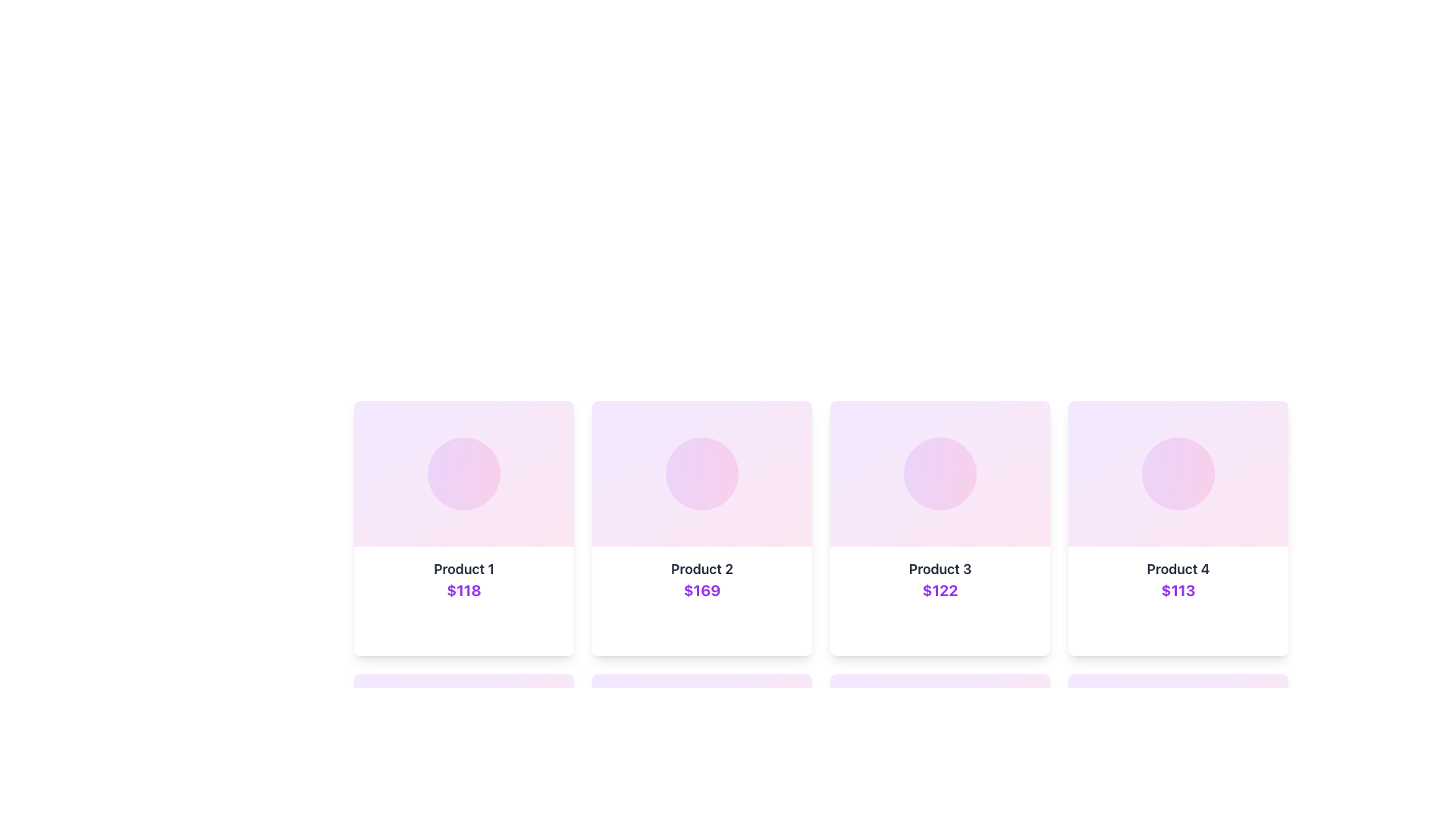  I want to click on the second Product Display Card, so click(701, 601).